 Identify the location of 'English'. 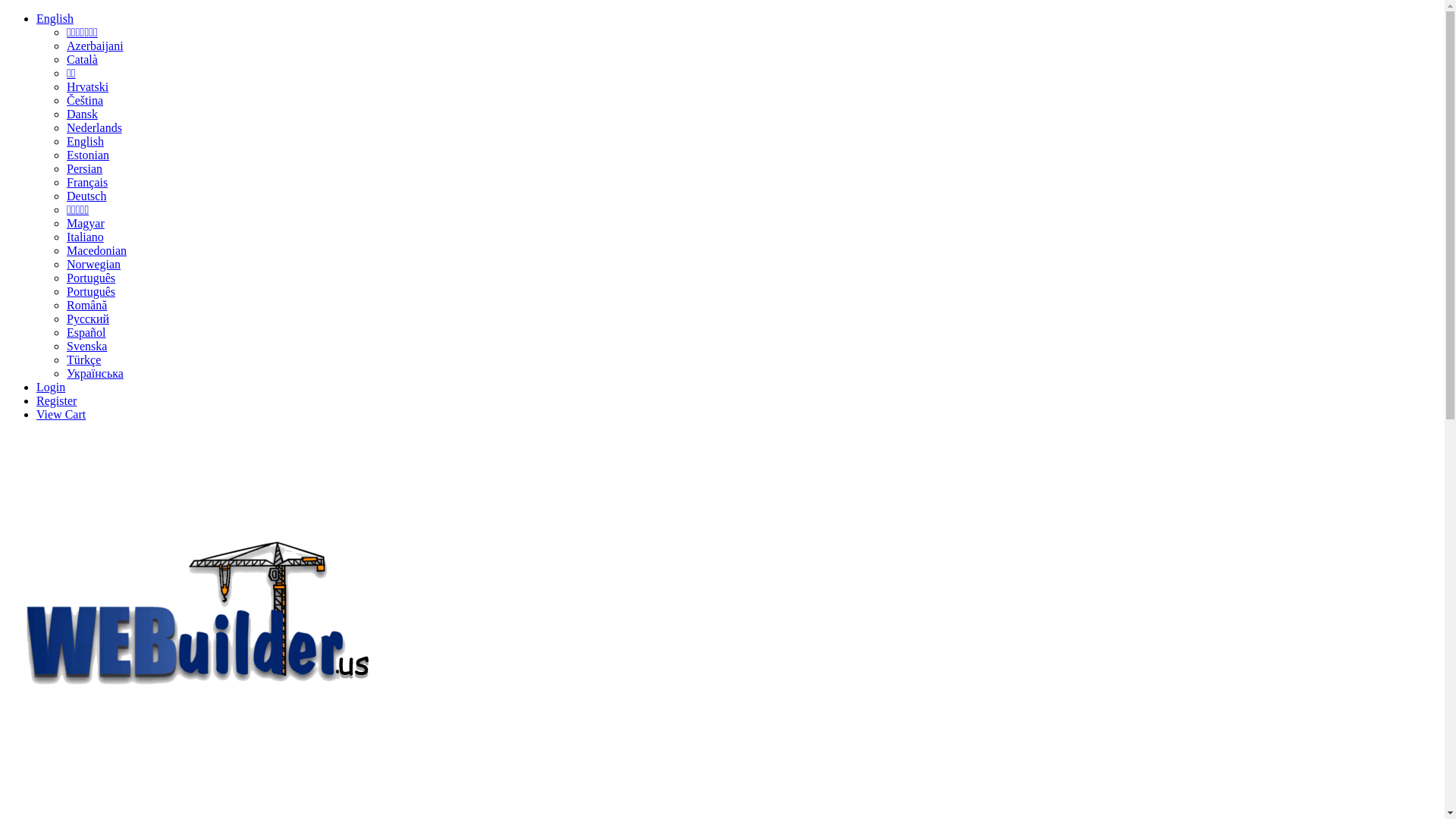
(84, 141).